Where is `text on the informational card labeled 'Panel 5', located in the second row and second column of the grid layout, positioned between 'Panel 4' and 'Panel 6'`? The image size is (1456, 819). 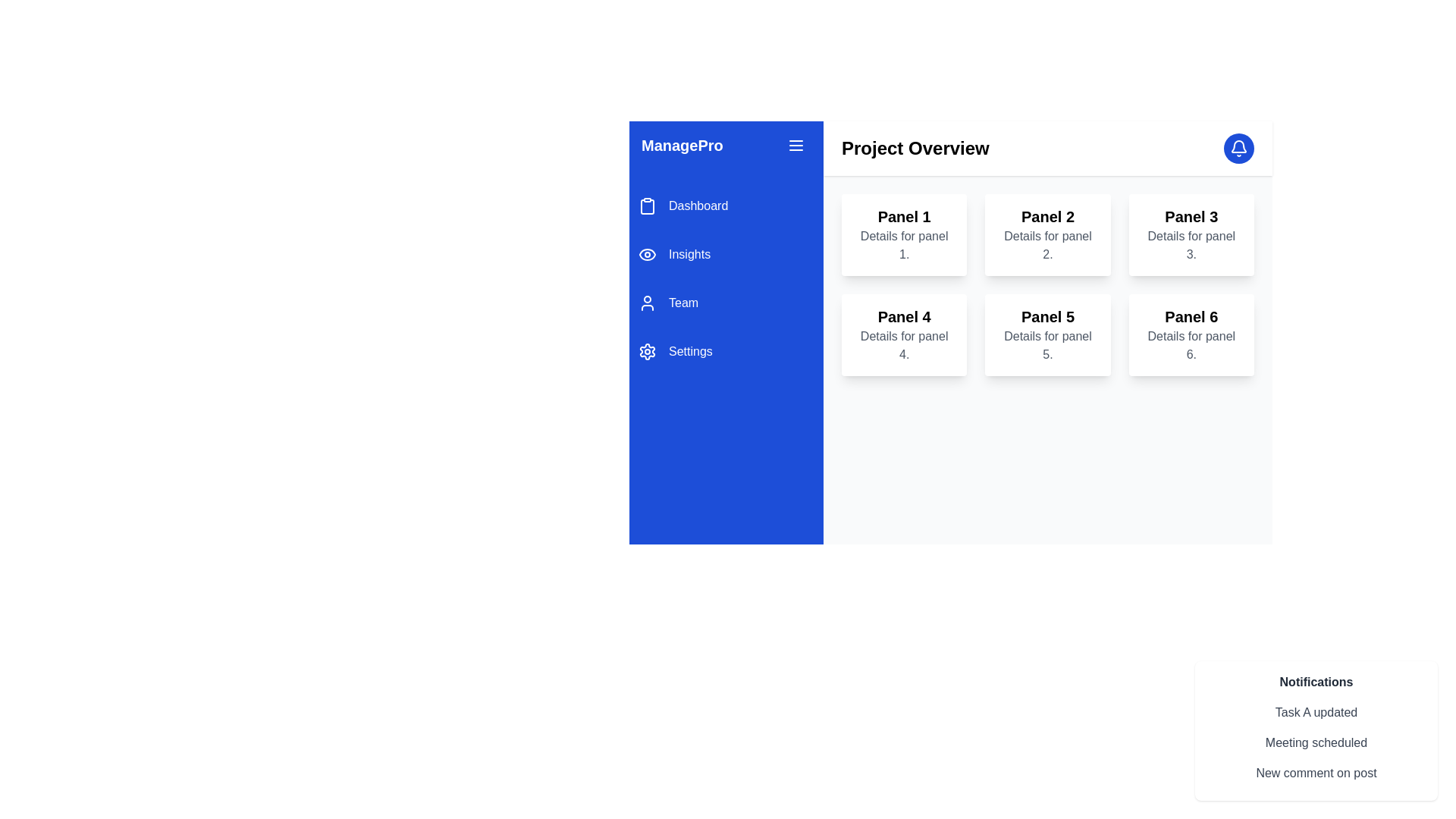 text on the informational card labeled 'Panel 5', located in the second row and second column of the grid layout, positioned between 'Panel 4' and 'Panel 6' is located at coordinates (1047, 334).